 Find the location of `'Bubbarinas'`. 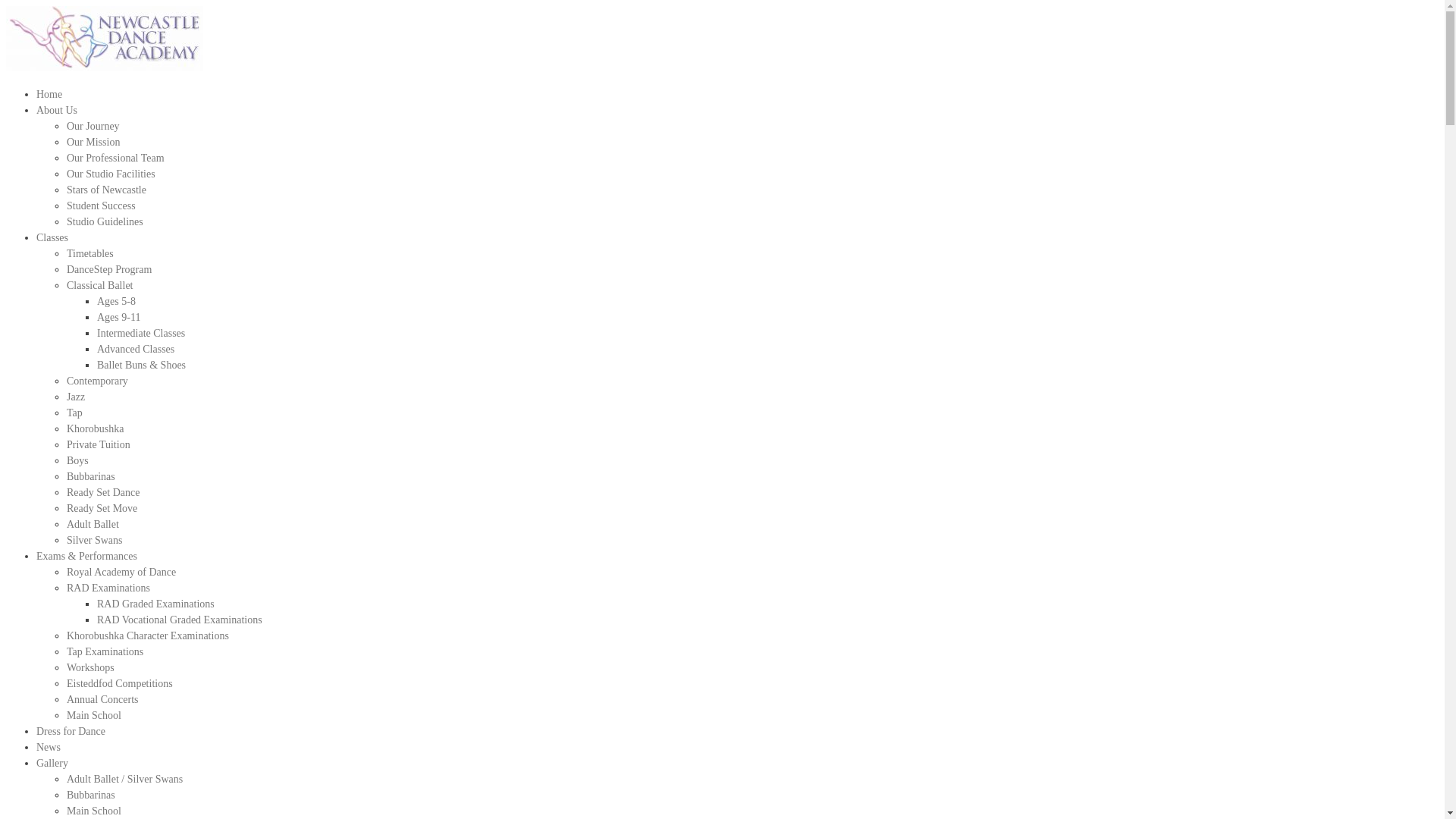

'Bubbarinas' is located at coordinates (65, 794).